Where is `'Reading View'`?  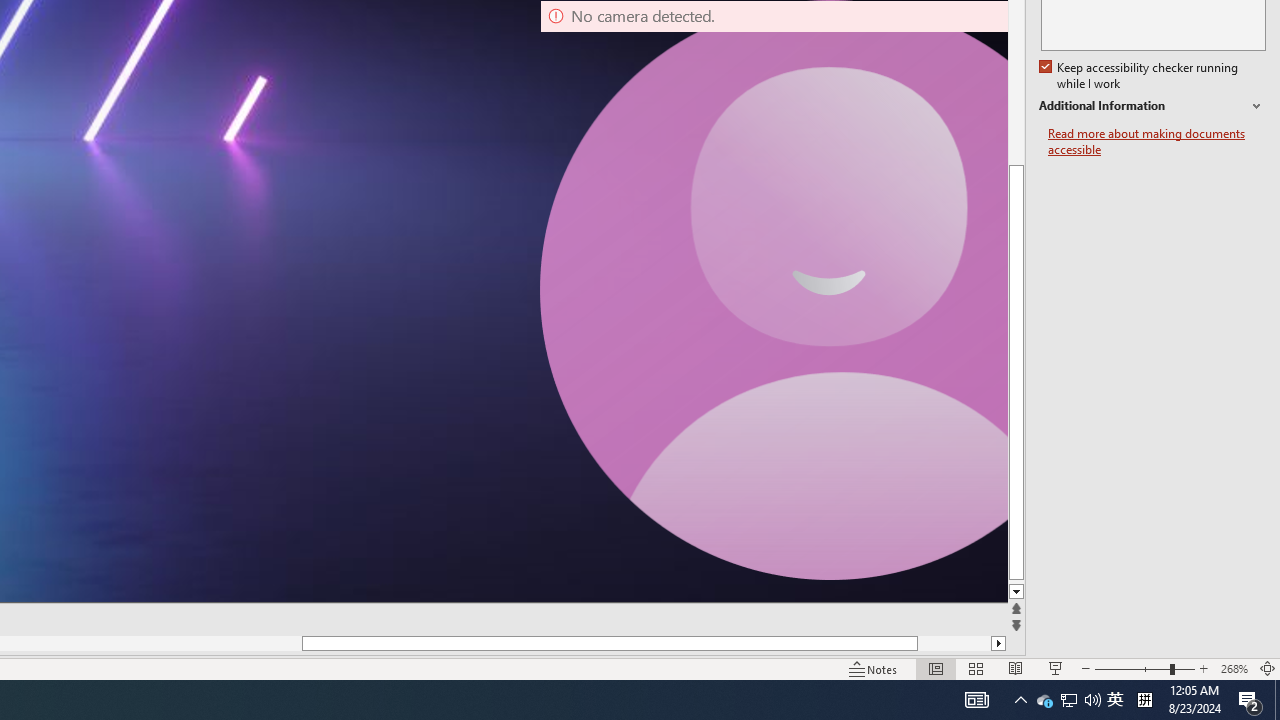 'Reading View' is located at coordinates (1015, 669).